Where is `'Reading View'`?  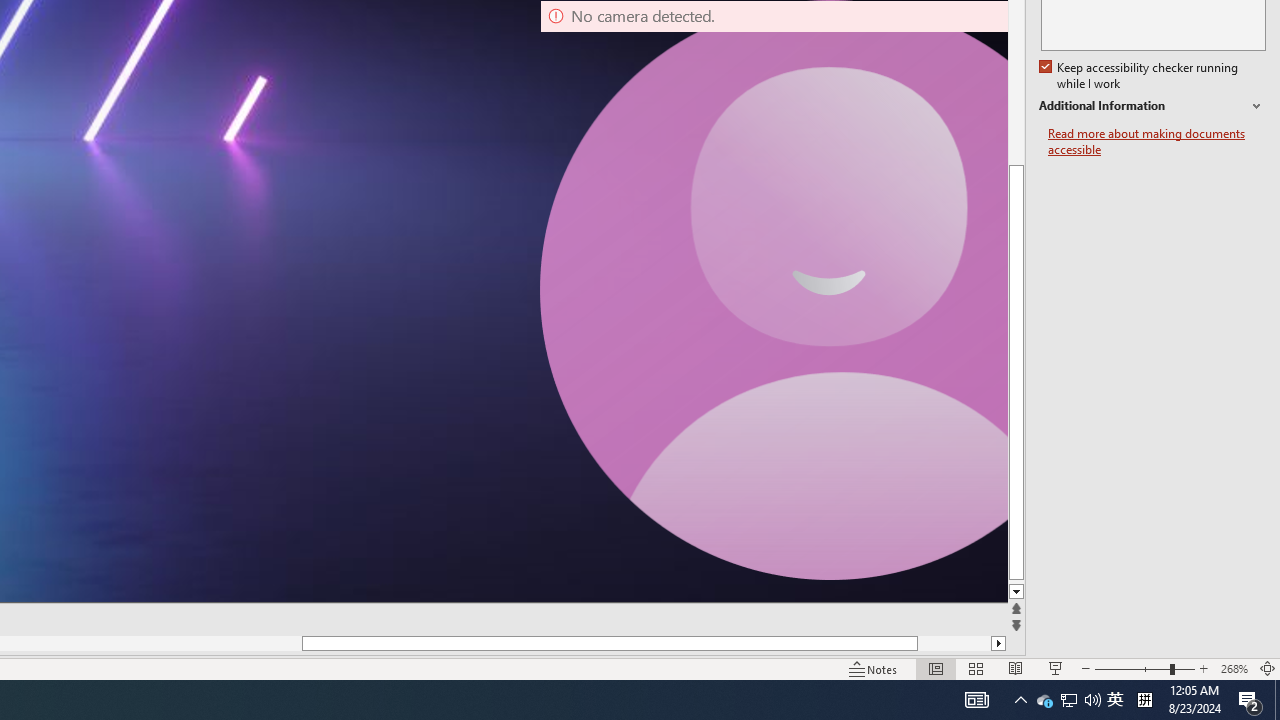 'Reading View' is located at coordinates (1015, 669).